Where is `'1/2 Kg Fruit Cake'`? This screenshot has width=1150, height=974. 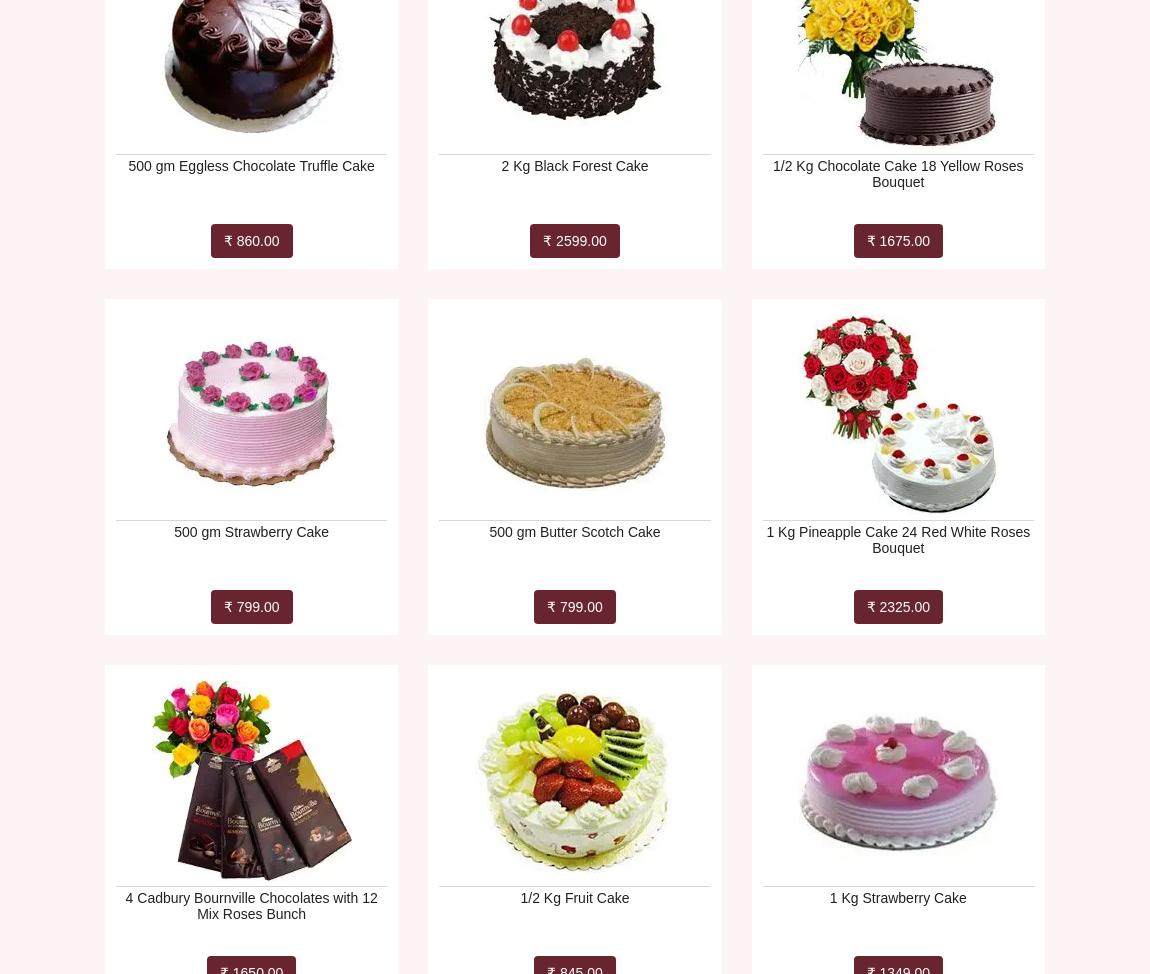
'1/2 Kg Fruit Cake' is located at coordinates (574, 897).